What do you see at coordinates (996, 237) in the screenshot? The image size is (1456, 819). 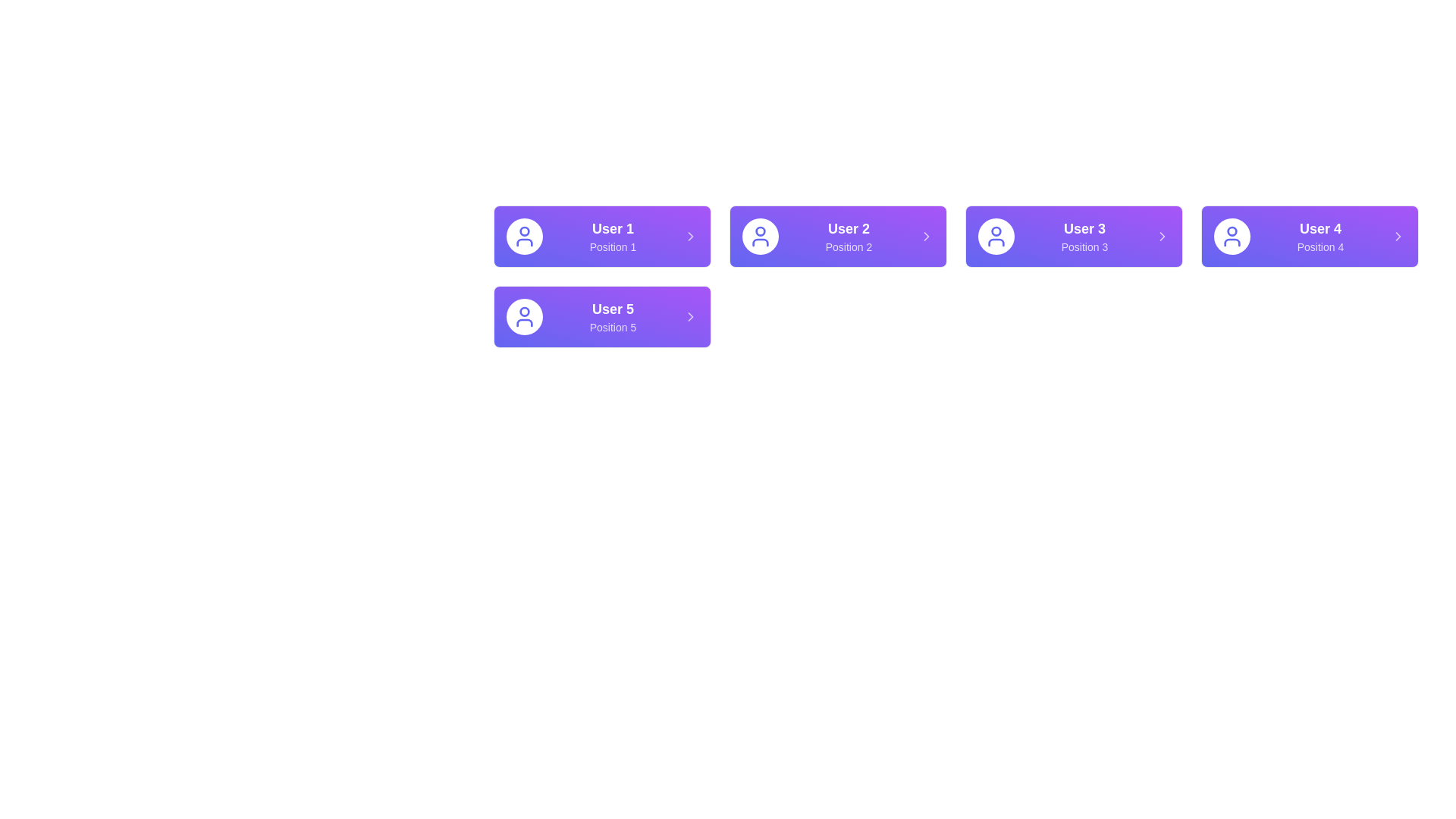 I see `the circular user profile icon (avatar) outlined in indigo, located to the left of the text 'User 3 Position 3' on the card` at bounding box center [996, 237].